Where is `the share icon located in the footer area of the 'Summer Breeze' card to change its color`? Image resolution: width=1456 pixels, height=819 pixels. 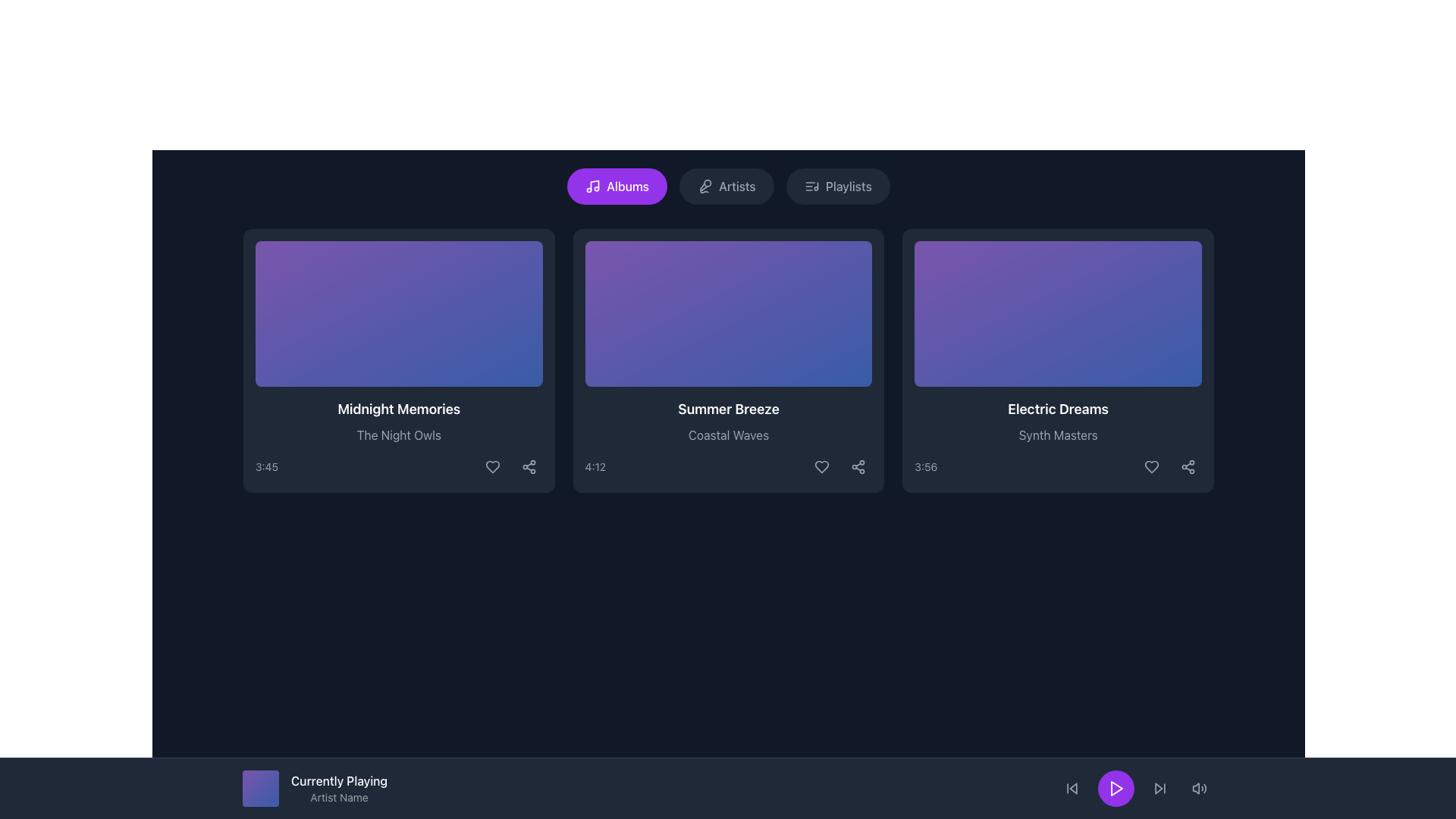 the share icon located in the footer area of the 'Summer Breeze' card to change its color is located at coordinates (858, 466).